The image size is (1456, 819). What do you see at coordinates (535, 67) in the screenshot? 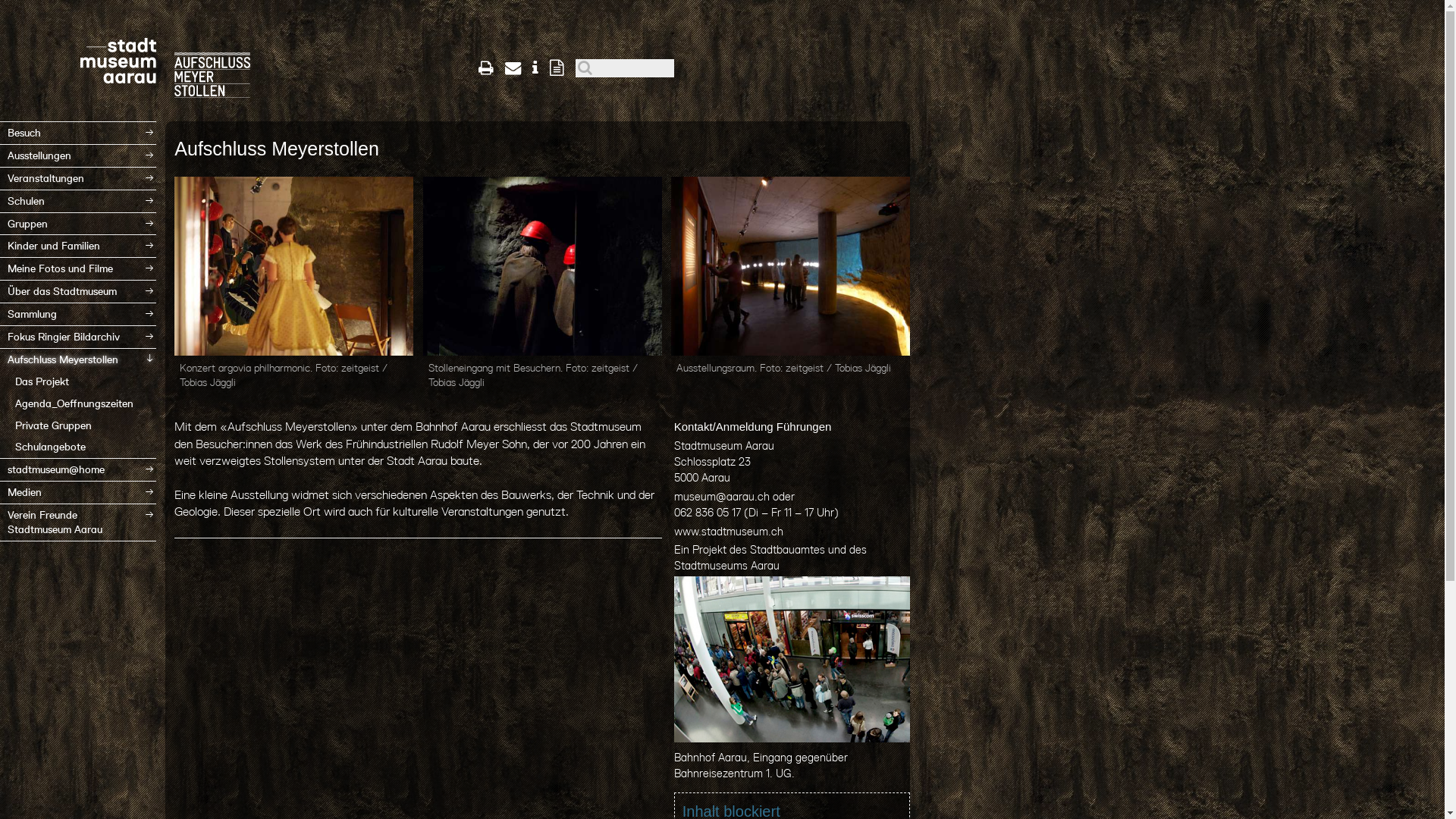
I see `'zu den Informationen'` at bounding box center [535, 67].